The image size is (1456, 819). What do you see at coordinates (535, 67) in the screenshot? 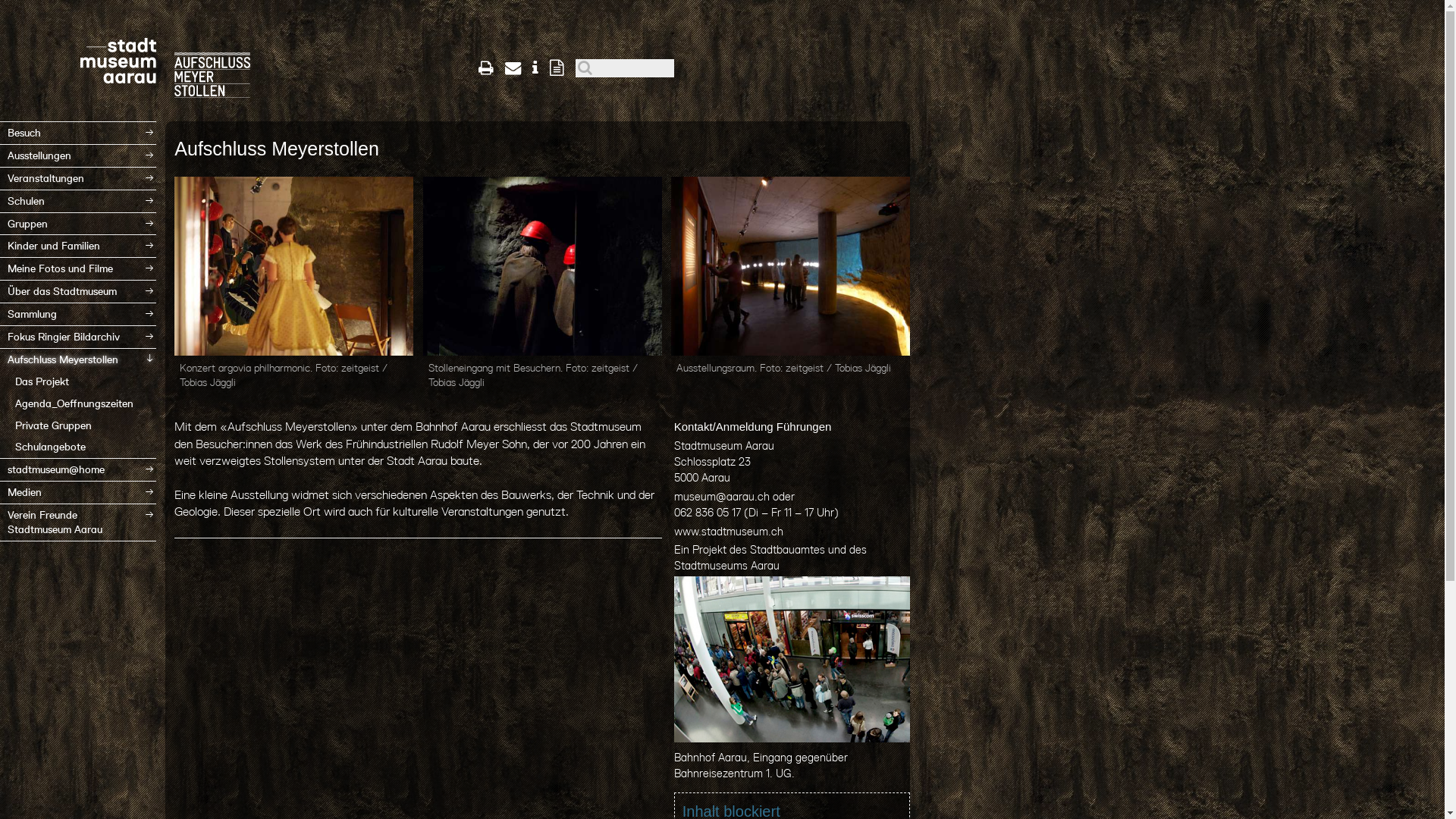
I see `'zu den Informationen'` at bounding box center [535, 67].